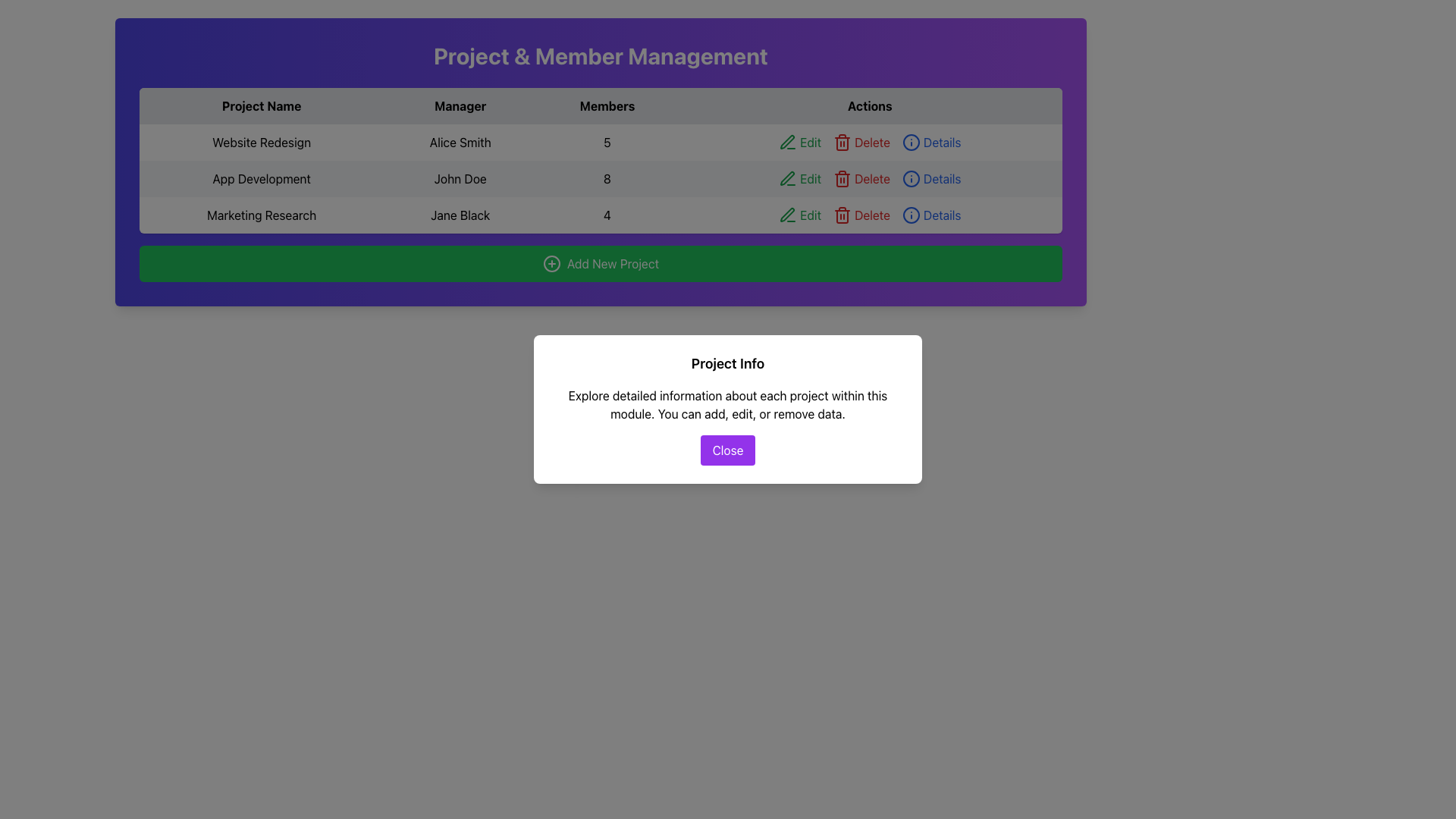 This screenshot has height=819, width=1456. What do you see at coordinates (861, 215) in the screenshot?
I see `the delete button located in the 'Actions' column of the 'Project Management' table to initiate the deletion of the related project entry` at bounding box center [861, 215].